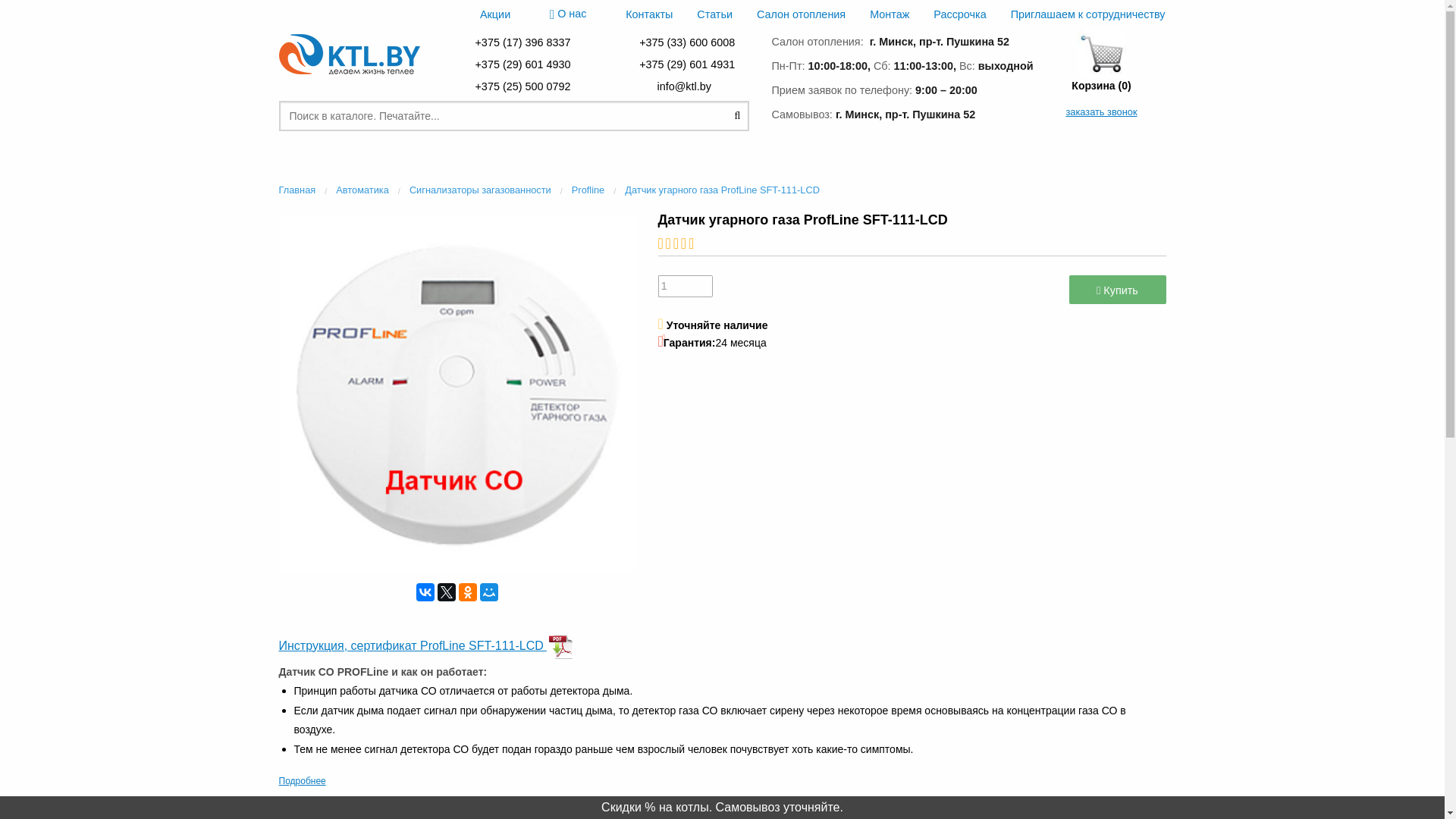  Describe the element at coordinates (587, 189) in the screenshot. I see `'Profline'` at that location.